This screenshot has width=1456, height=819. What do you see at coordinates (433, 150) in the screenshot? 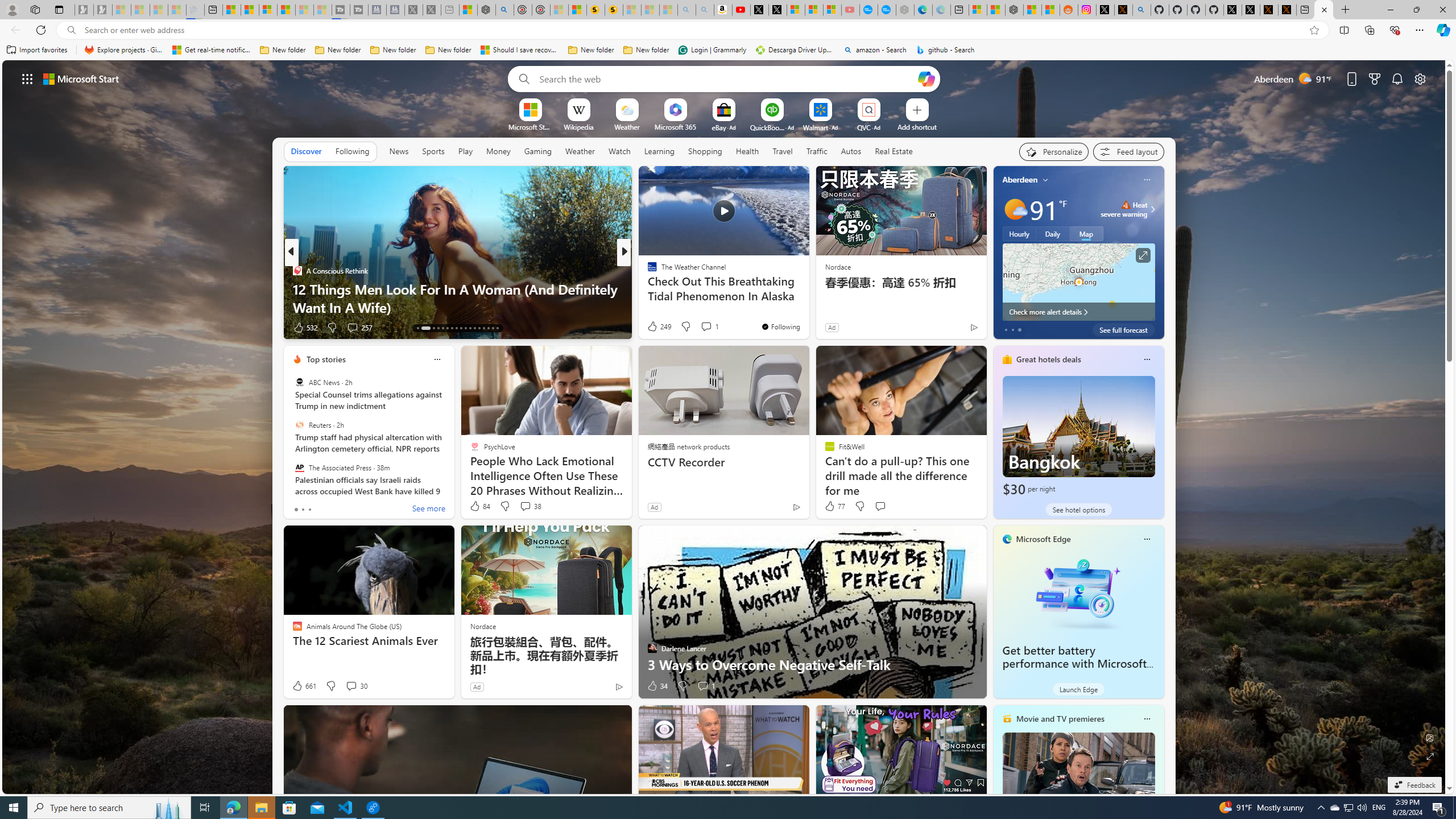
I see `'Sports'` at bounding box center [433, 150].